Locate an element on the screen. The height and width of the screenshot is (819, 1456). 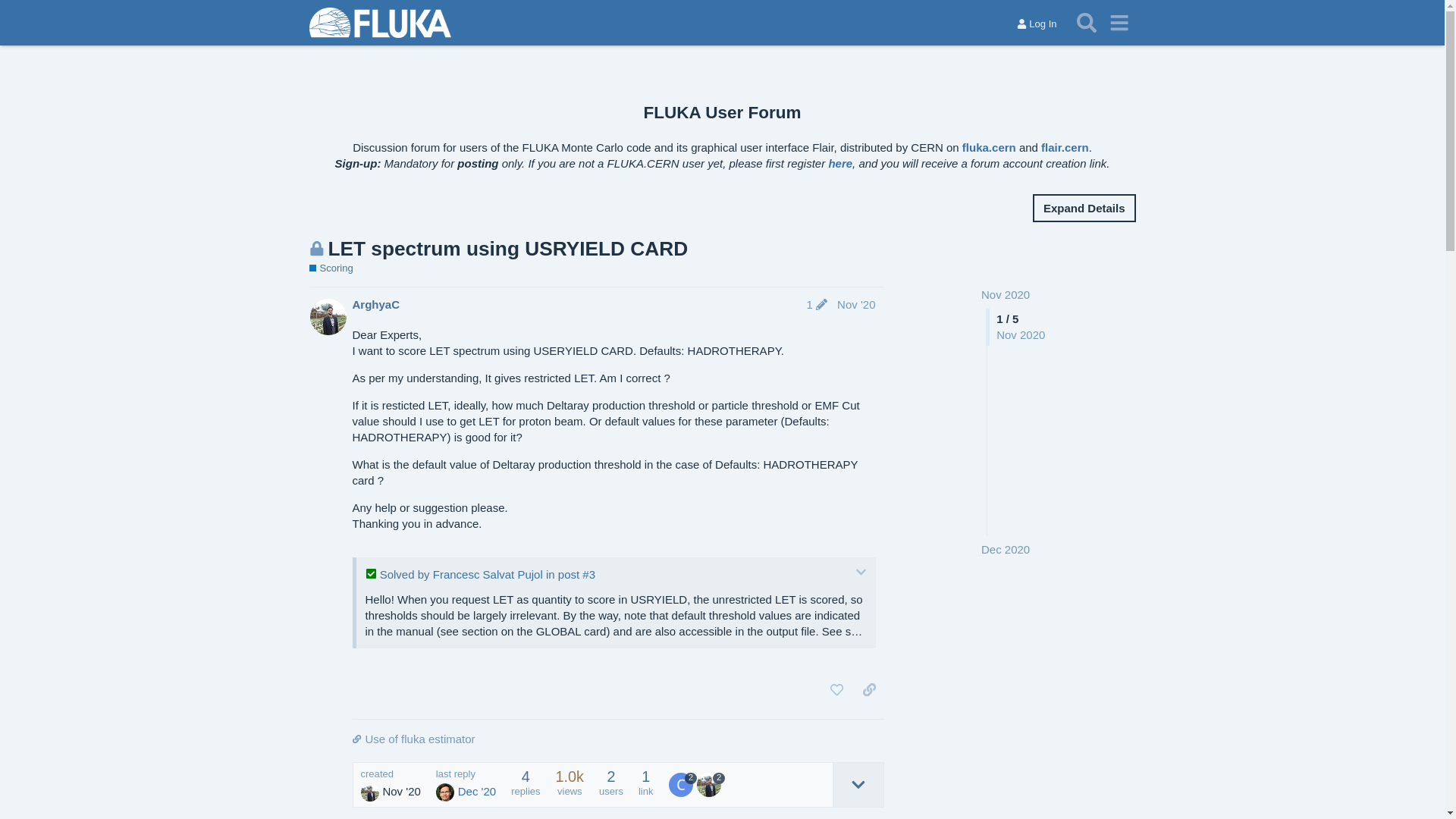
'2' is located at coordinates (695, 784).